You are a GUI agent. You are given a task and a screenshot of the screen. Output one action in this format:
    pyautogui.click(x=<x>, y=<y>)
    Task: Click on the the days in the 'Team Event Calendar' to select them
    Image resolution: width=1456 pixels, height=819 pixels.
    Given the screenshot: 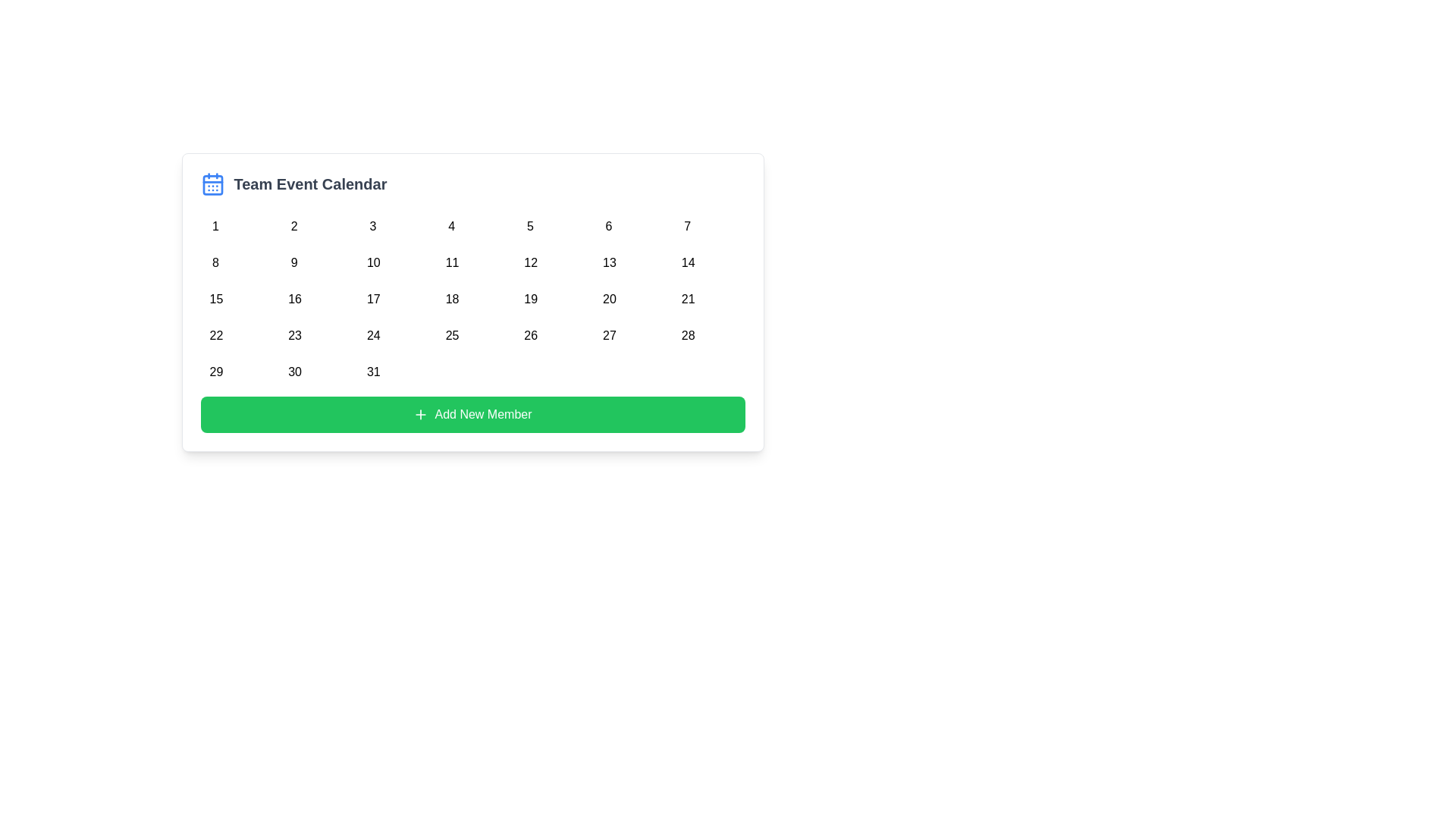 What is the action you would take?
    pyautogui.click(x=472, y=302)
    